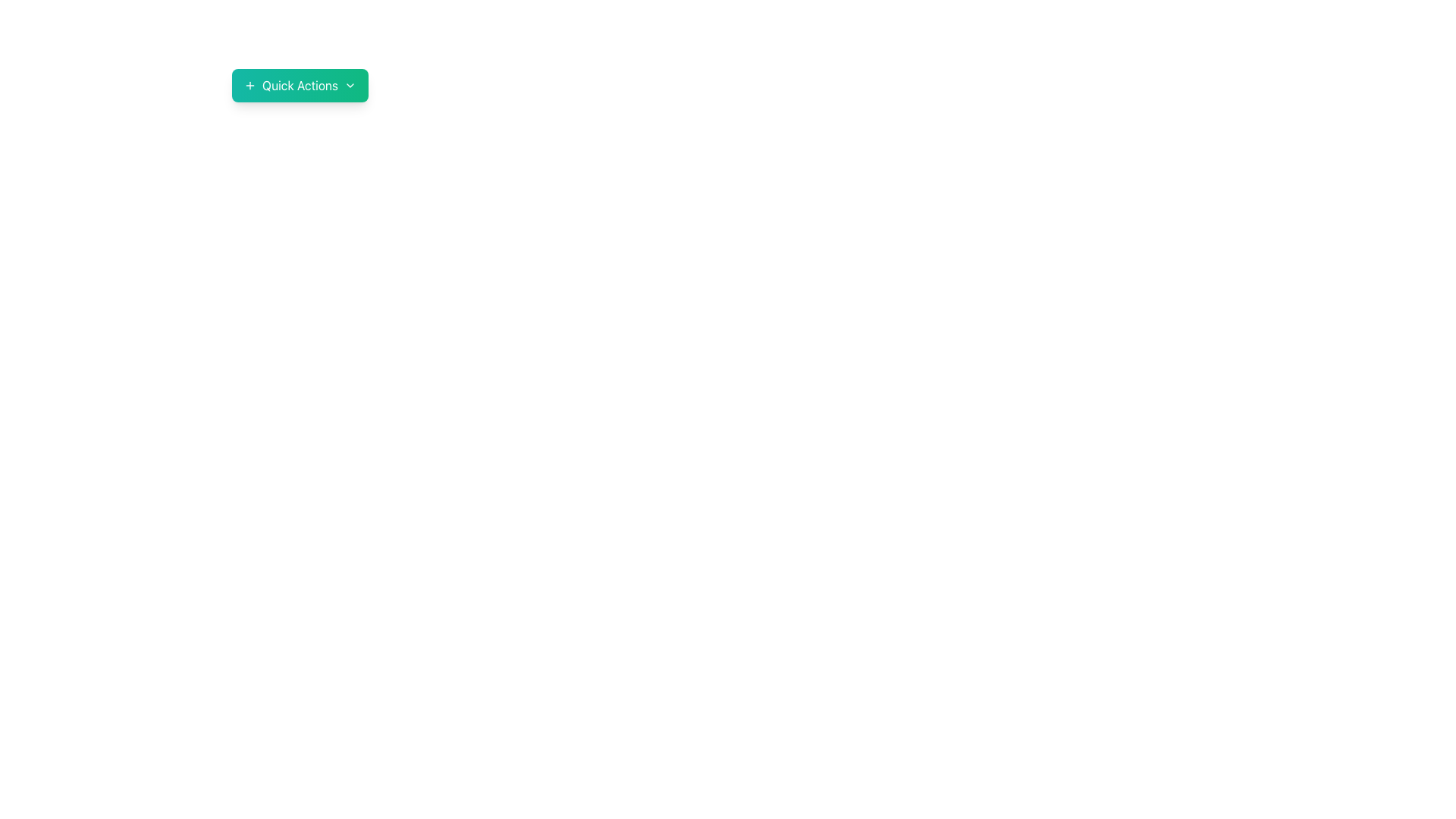 Image resolution: width=1456 pixels, height=819 pixels. I want to click on the chevron icon located to the rightmost side of the 'Quick Actions' button, so click(350, 85).